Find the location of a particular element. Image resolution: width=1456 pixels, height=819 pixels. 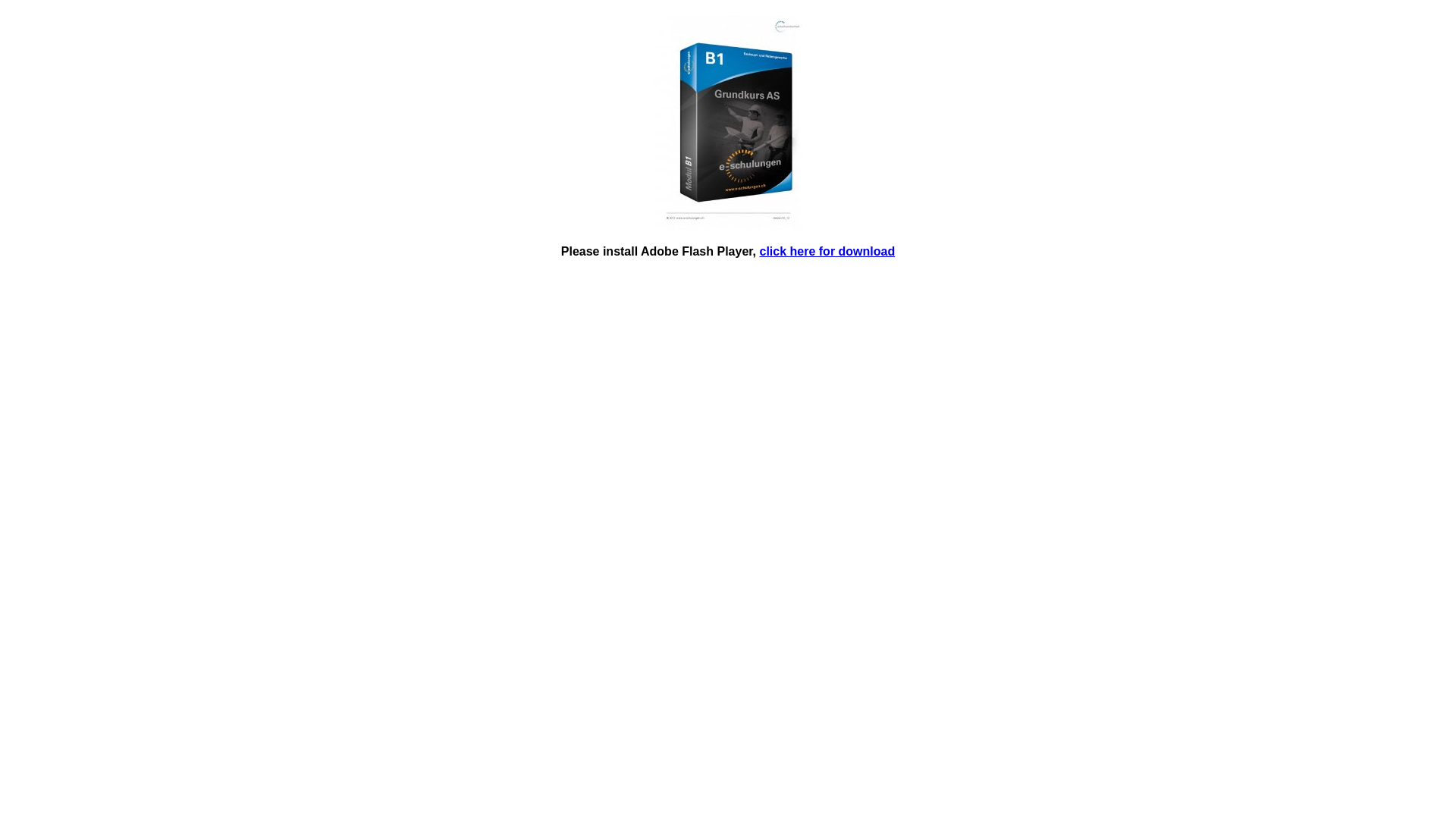

'click here for download' is located at coordinates (760, 250).